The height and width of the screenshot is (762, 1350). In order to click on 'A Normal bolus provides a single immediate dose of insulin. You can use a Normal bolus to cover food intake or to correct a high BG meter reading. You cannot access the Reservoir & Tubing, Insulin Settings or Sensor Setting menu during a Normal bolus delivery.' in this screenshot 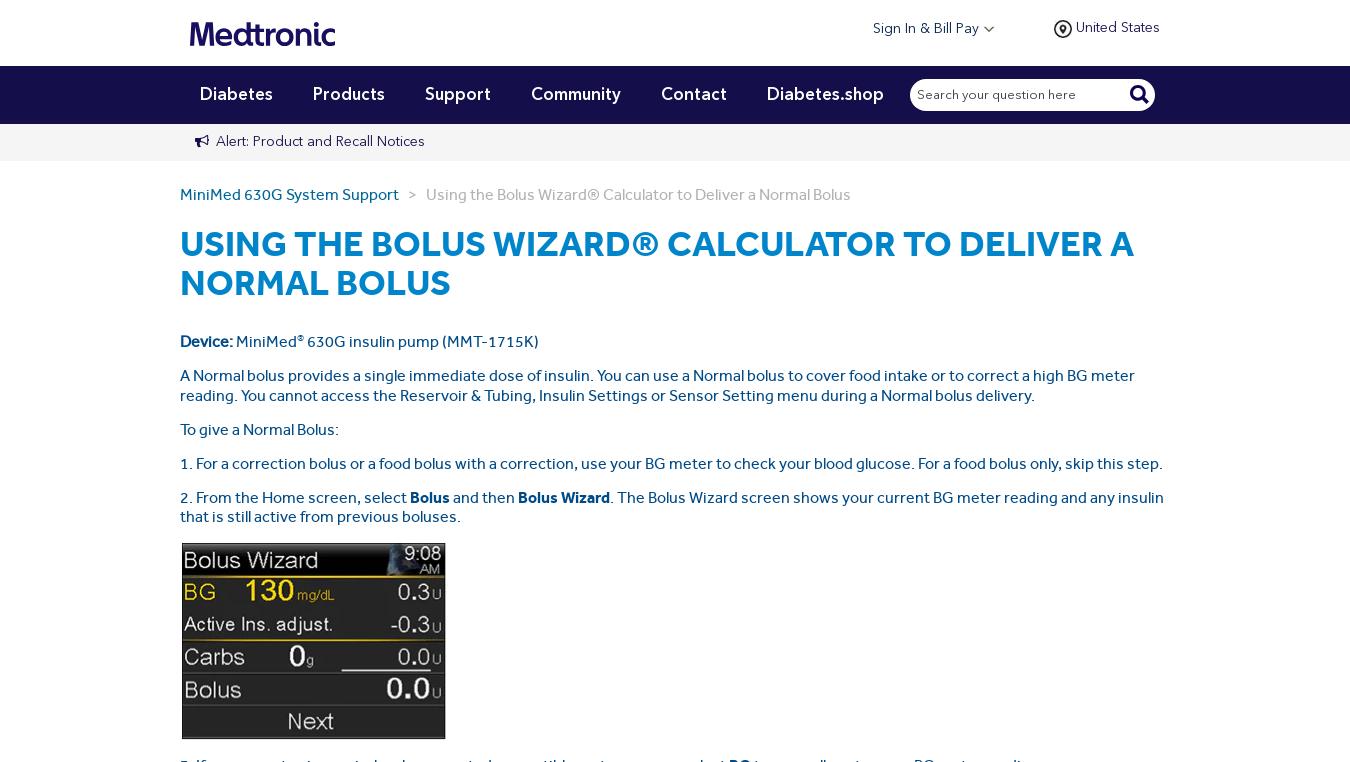, I will do `click(657, 383)`.